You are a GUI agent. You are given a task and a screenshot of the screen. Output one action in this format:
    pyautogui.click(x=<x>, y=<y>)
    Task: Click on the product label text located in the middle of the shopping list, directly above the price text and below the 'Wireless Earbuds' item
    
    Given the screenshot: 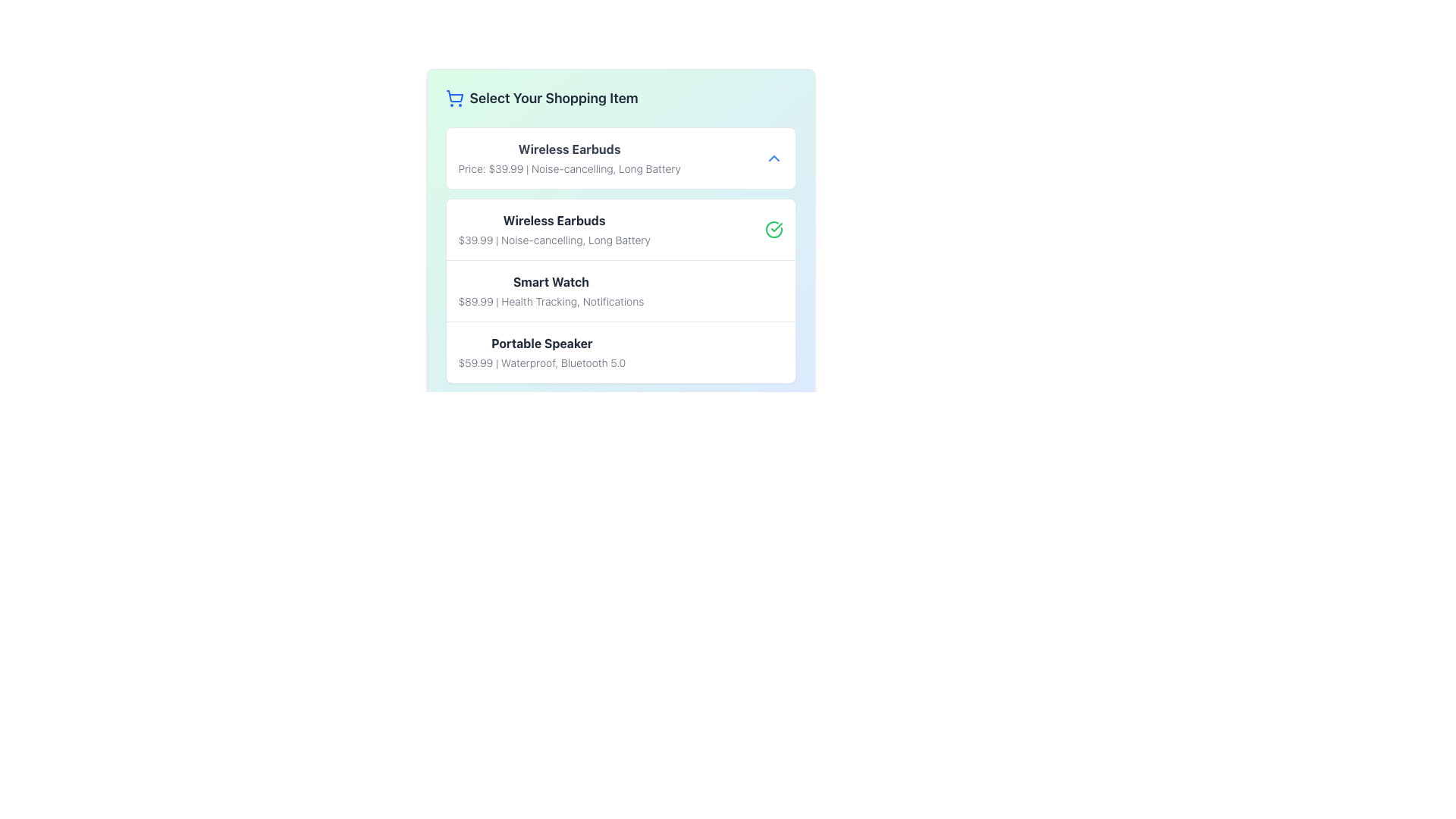 What is the action you would take?
    pyautogui.click(x=550, y=281)
    